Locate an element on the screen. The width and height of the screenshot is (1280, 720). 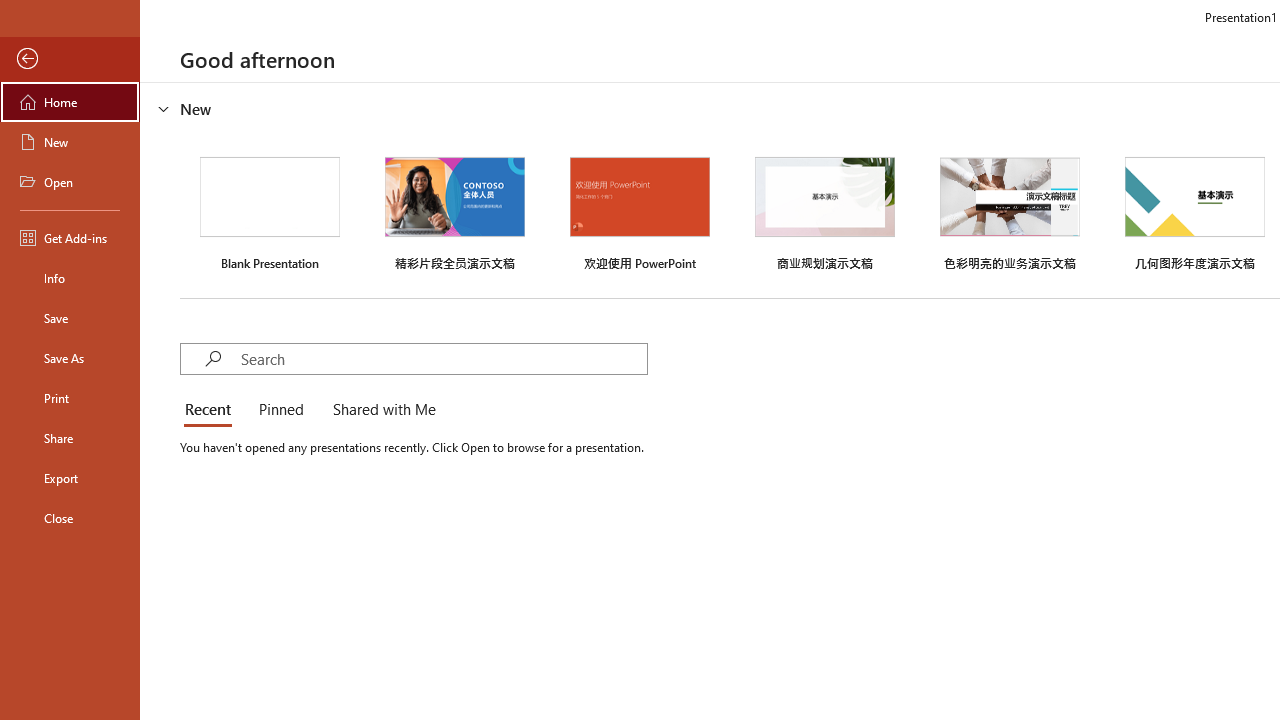
'Export' is located at coordinates (69, 478).